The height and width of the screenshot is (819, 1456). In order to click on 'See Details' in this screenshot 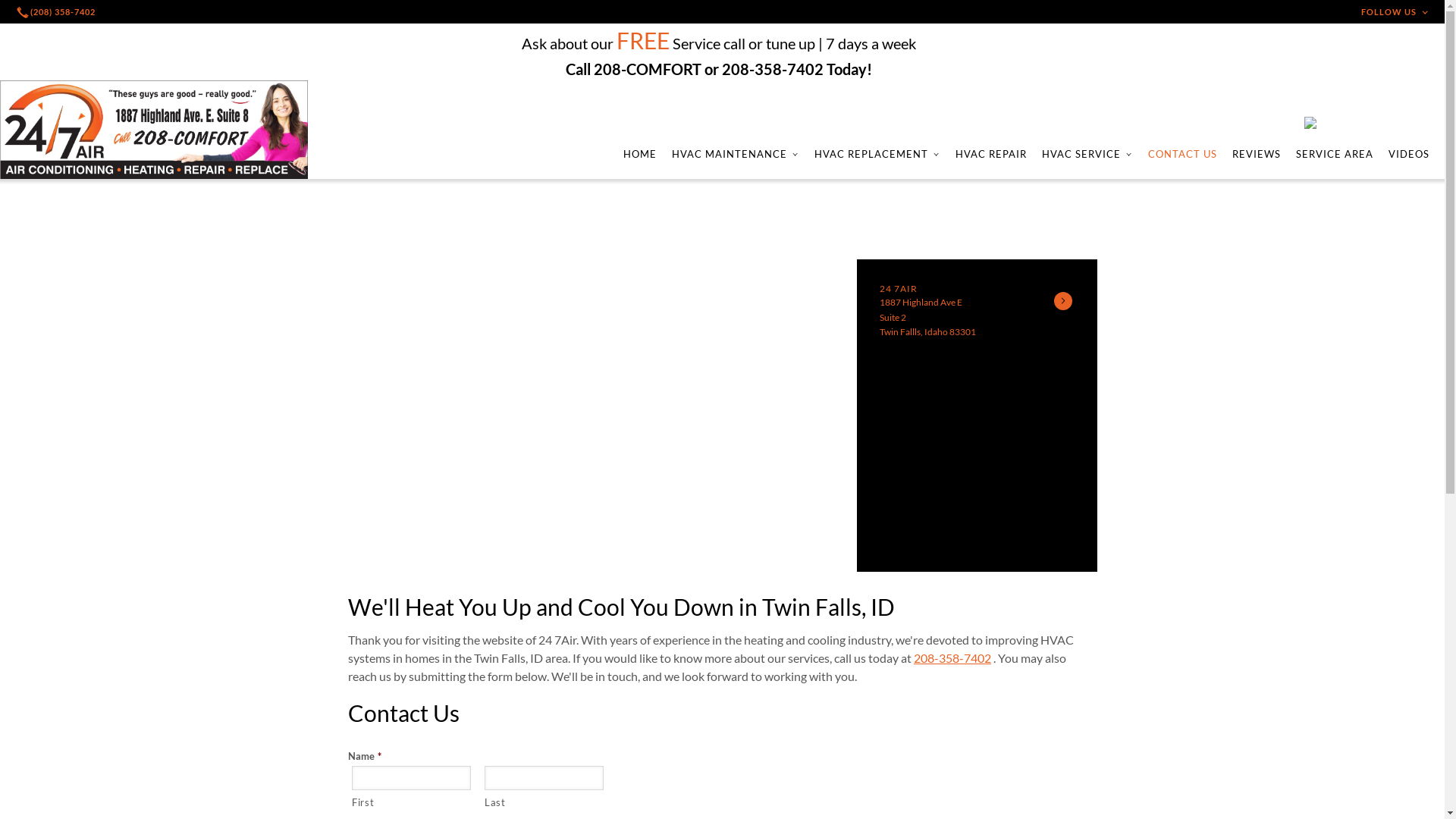, I will do `click(1062, 301)`.